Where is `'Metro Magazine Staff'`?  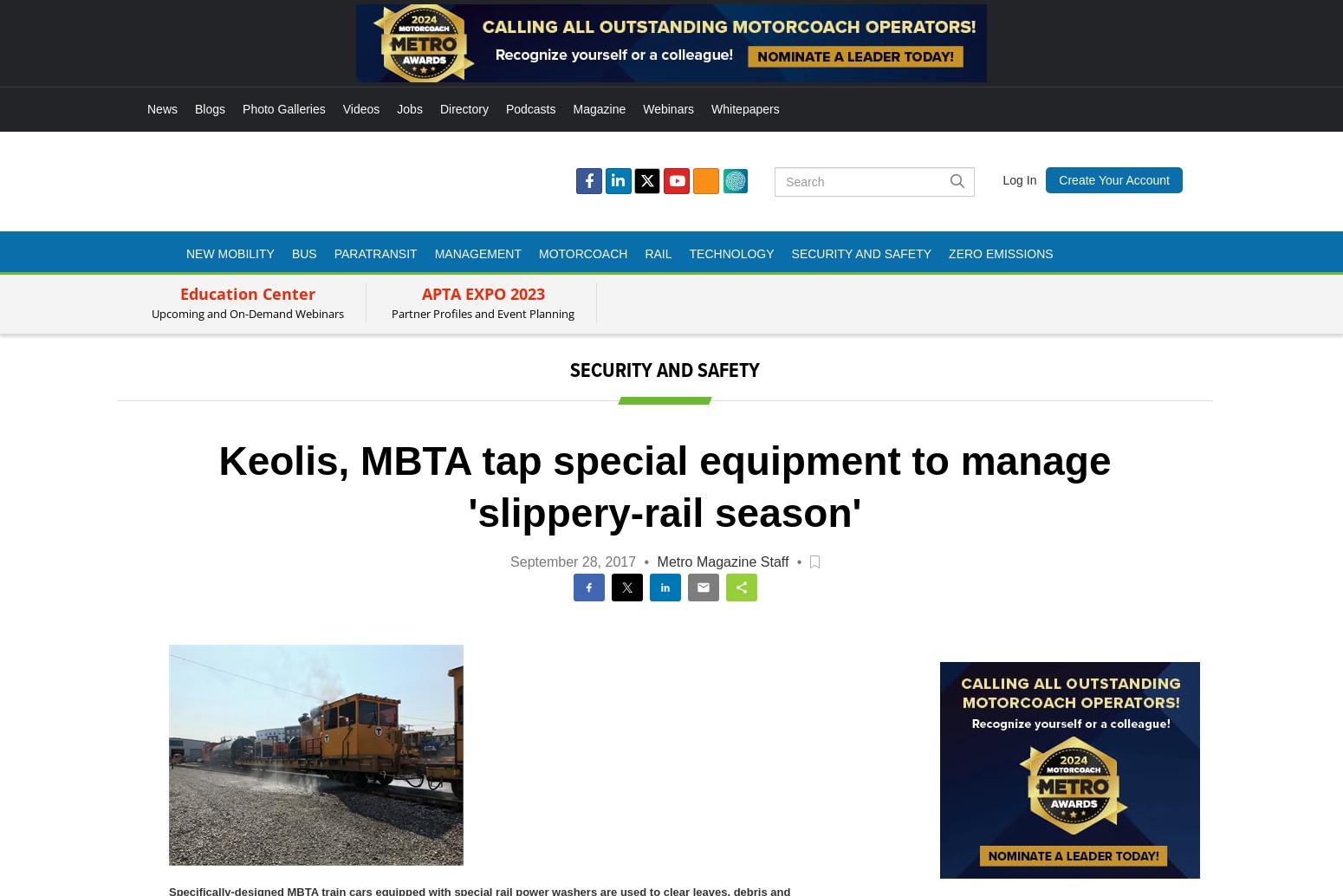 'Metro Magazine Staff' is located at coordinates (656, 562).